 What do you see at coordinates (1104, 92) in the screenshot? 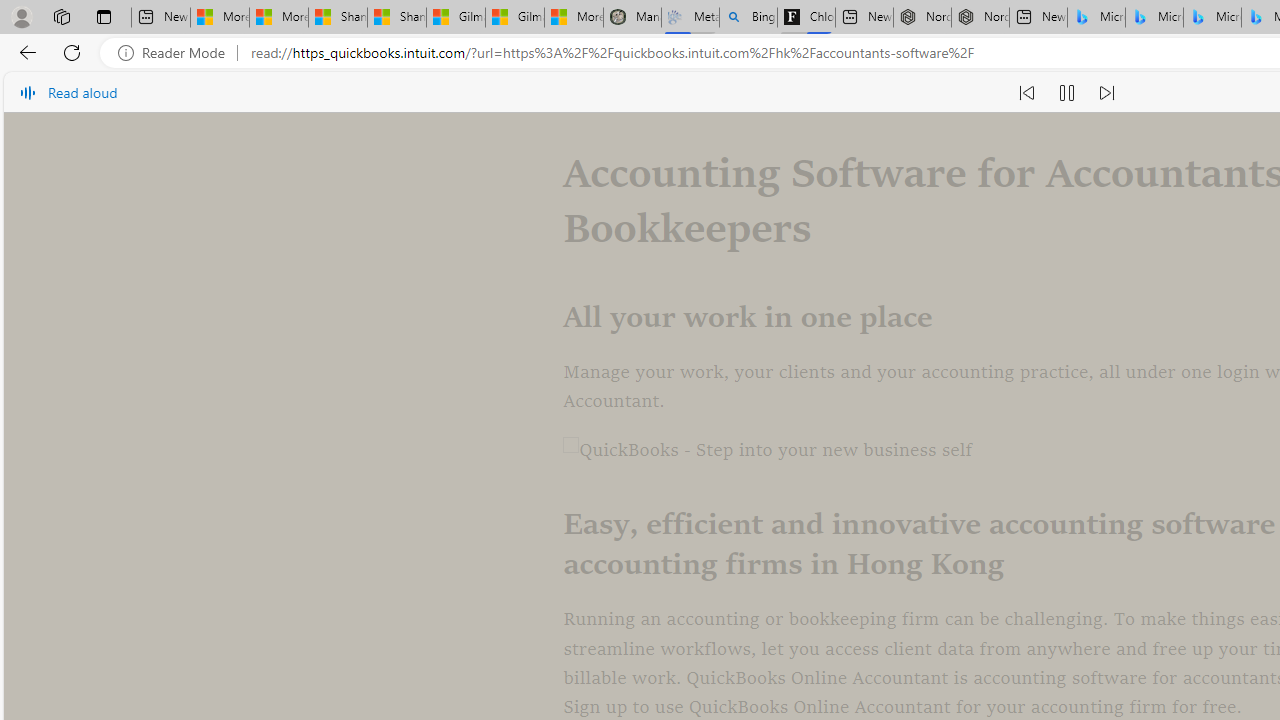
I see `'Read next paragraph'` at bounding box center [1104, 92].